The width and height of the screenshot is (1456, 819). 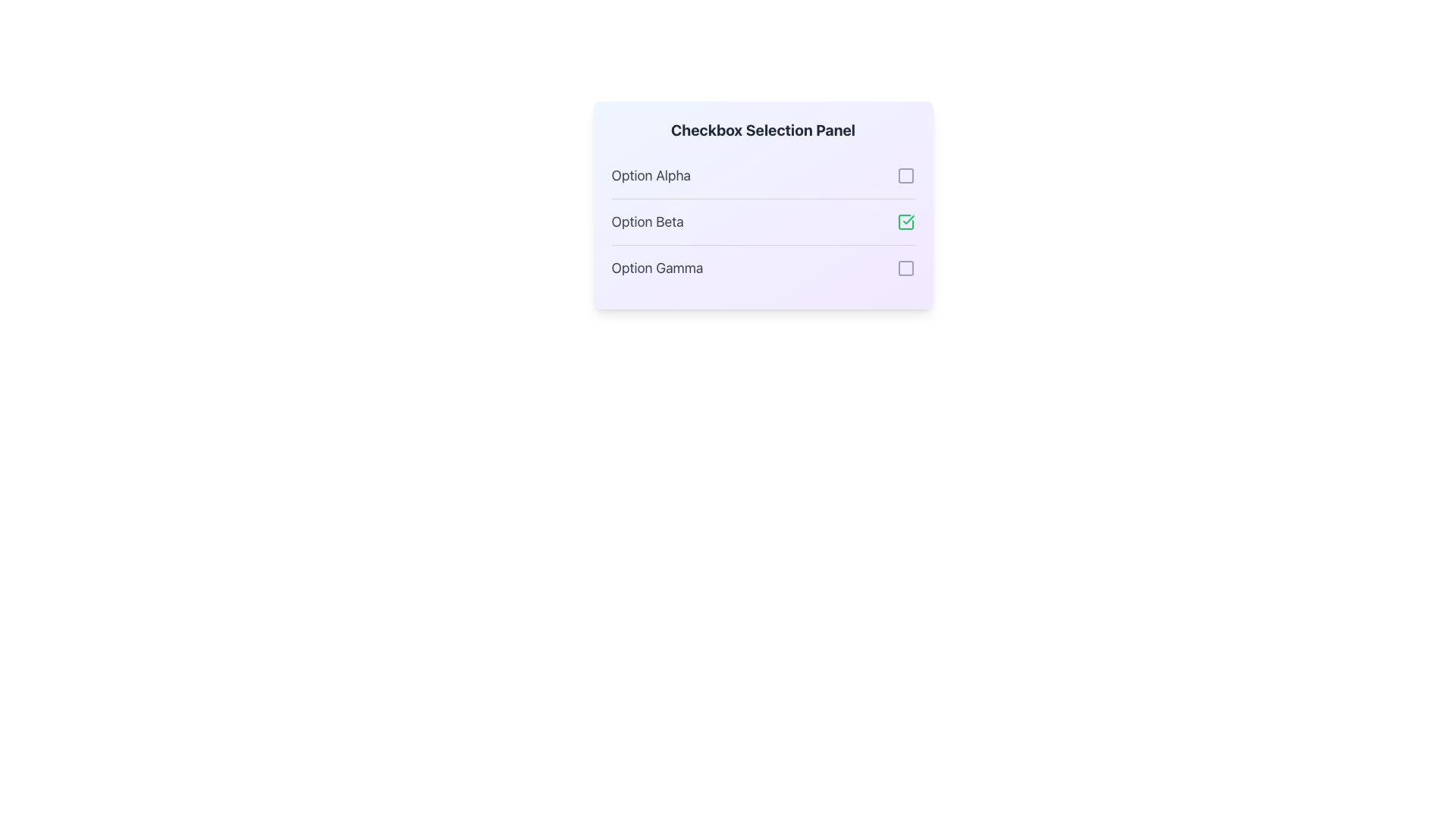 I want to click on the empty checkbox aligned with the 'Option Alpha' label, so click(x=905, y=174).